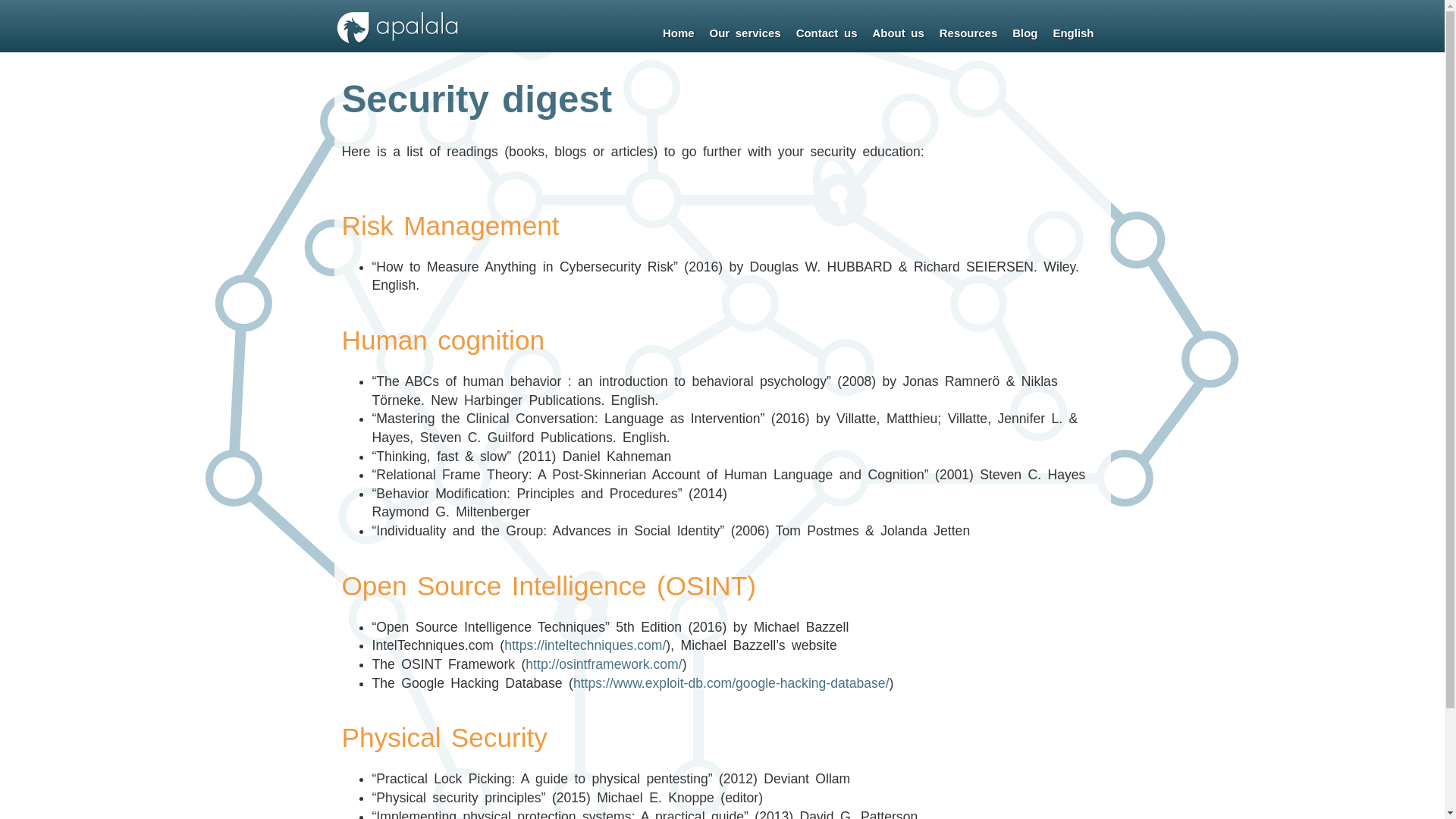  Describe the element at coordinates (584, 645) in the screenshot. I see `'https://inteltechniques.com/'` at that location.